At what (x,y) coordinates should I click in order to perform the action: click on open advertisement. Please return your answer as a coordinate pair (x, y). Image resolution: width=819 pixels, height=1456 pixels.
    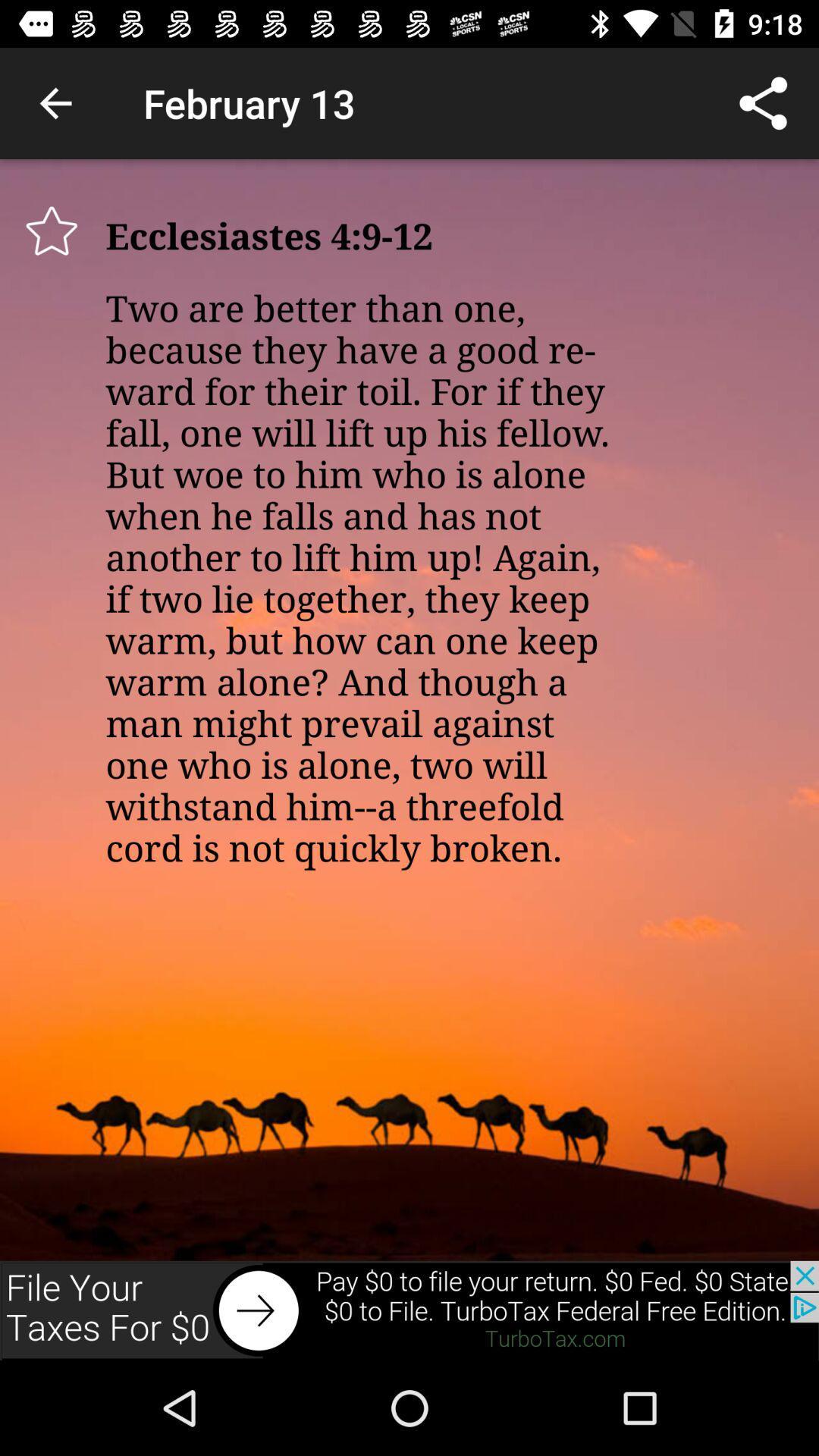
    Looking at the image, I should click on (409, 1310).